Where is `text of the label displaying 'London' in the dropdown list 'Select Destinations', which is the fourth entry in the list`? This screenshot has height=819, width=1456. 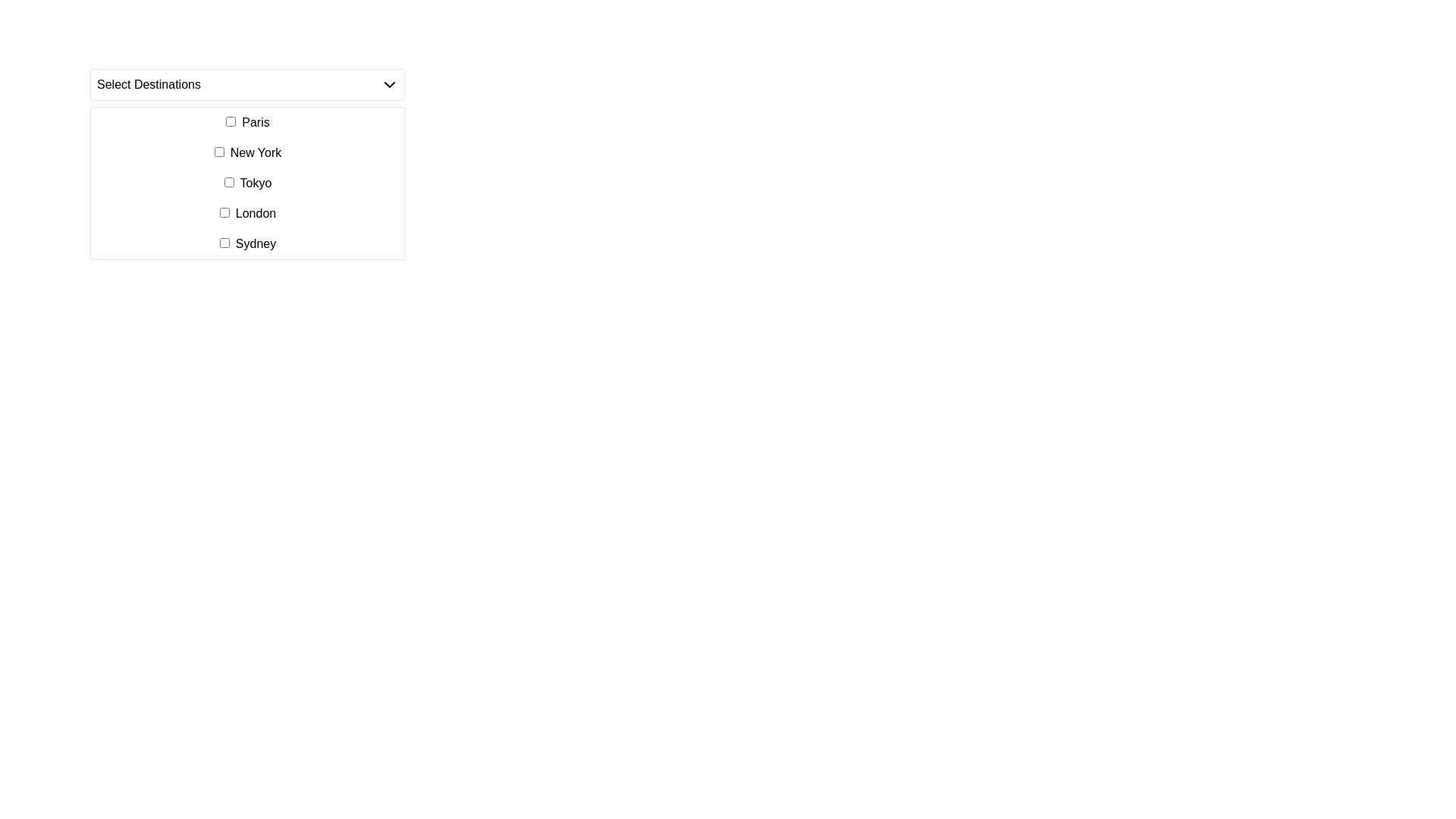
text of the label displaying 'London' in the dropdown list 'Select Destinations', which is the fourth entry in the list is located at coordinates (256, 213).